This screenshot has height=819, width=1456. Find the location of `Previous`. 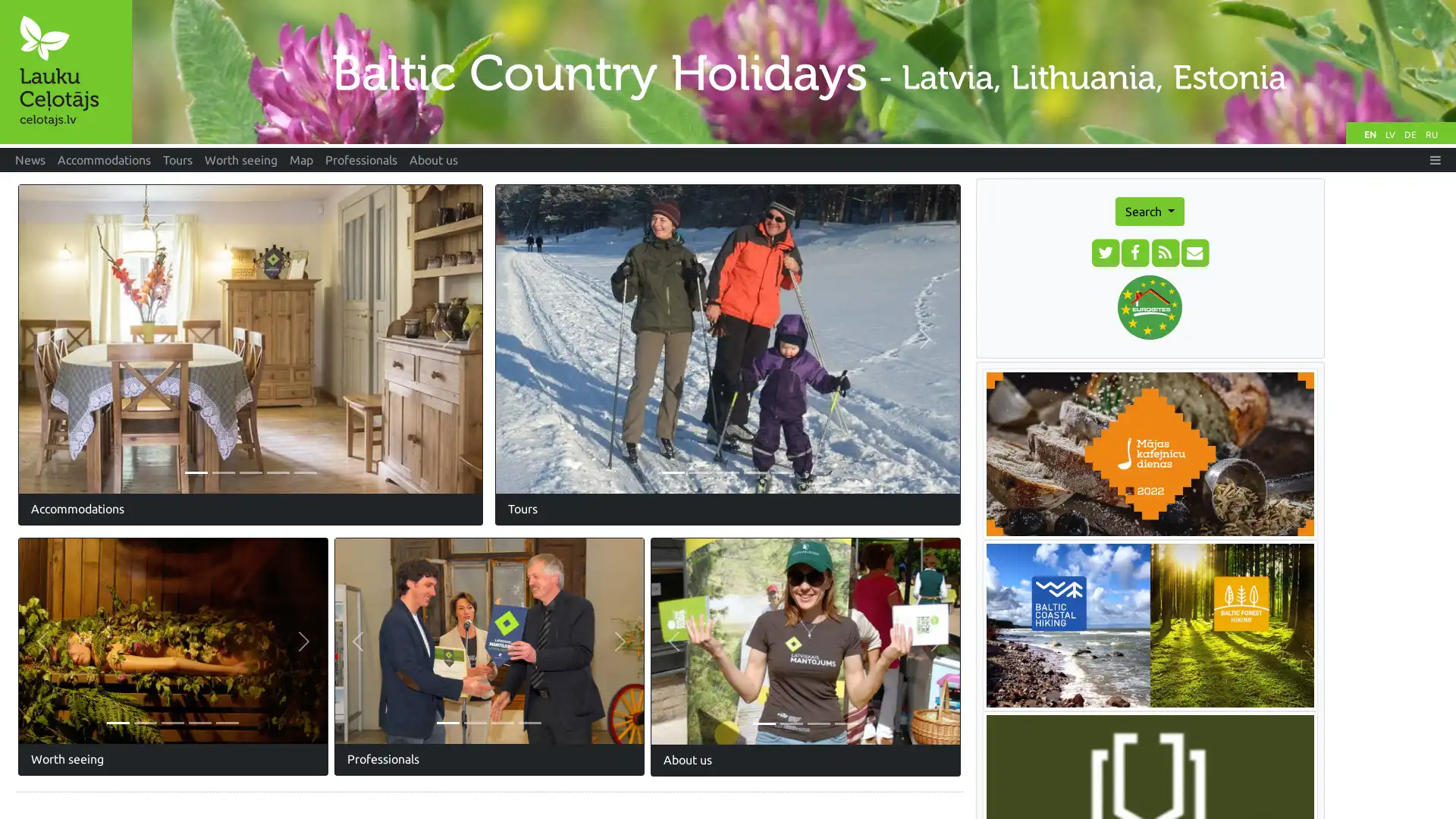

Previous is located at coordinates (42, 641).